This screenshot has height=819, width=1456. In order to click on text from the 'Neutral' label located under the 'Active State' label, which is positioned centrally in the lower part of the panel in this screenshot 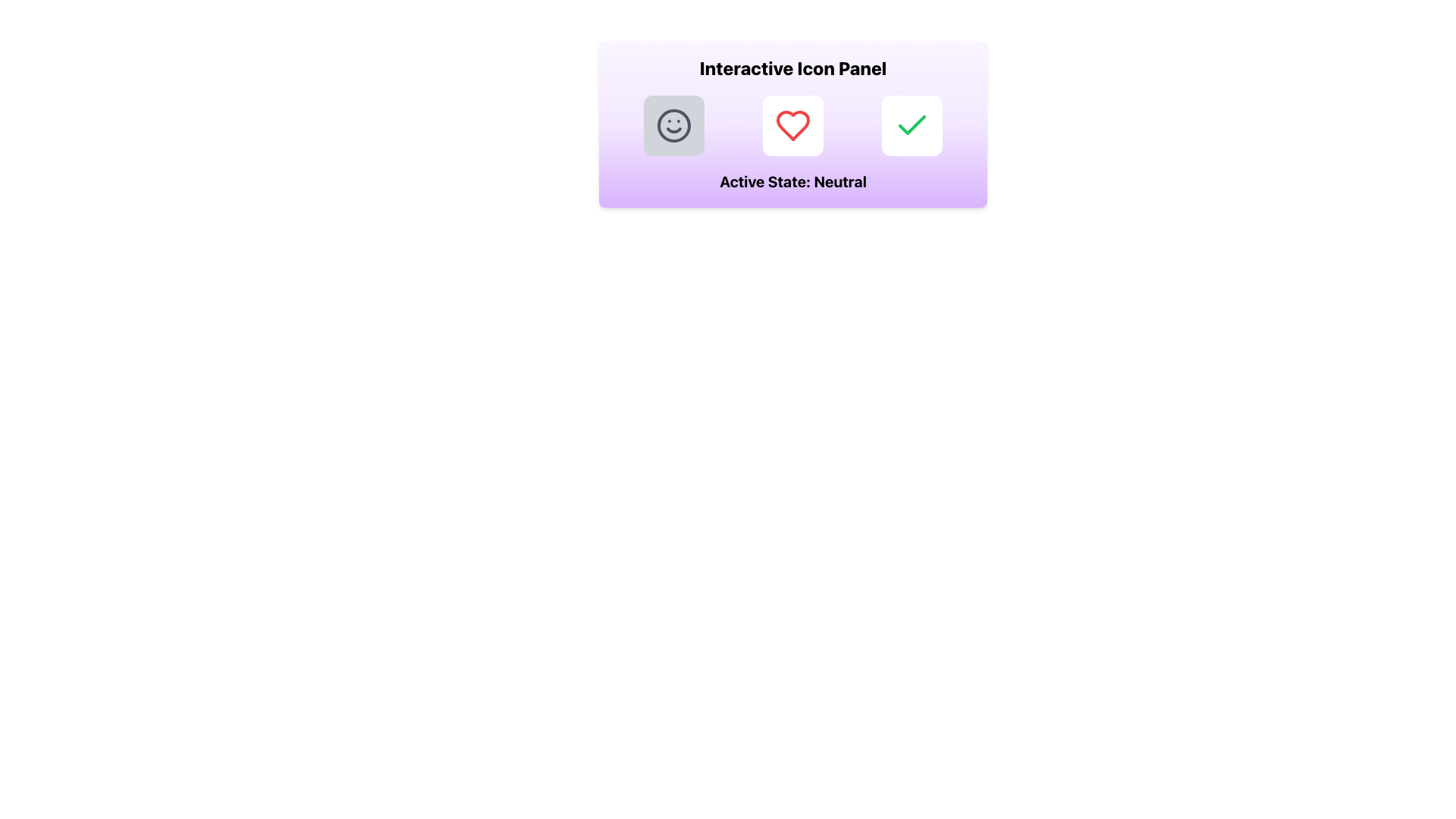, I will do `click(839, 180)`.